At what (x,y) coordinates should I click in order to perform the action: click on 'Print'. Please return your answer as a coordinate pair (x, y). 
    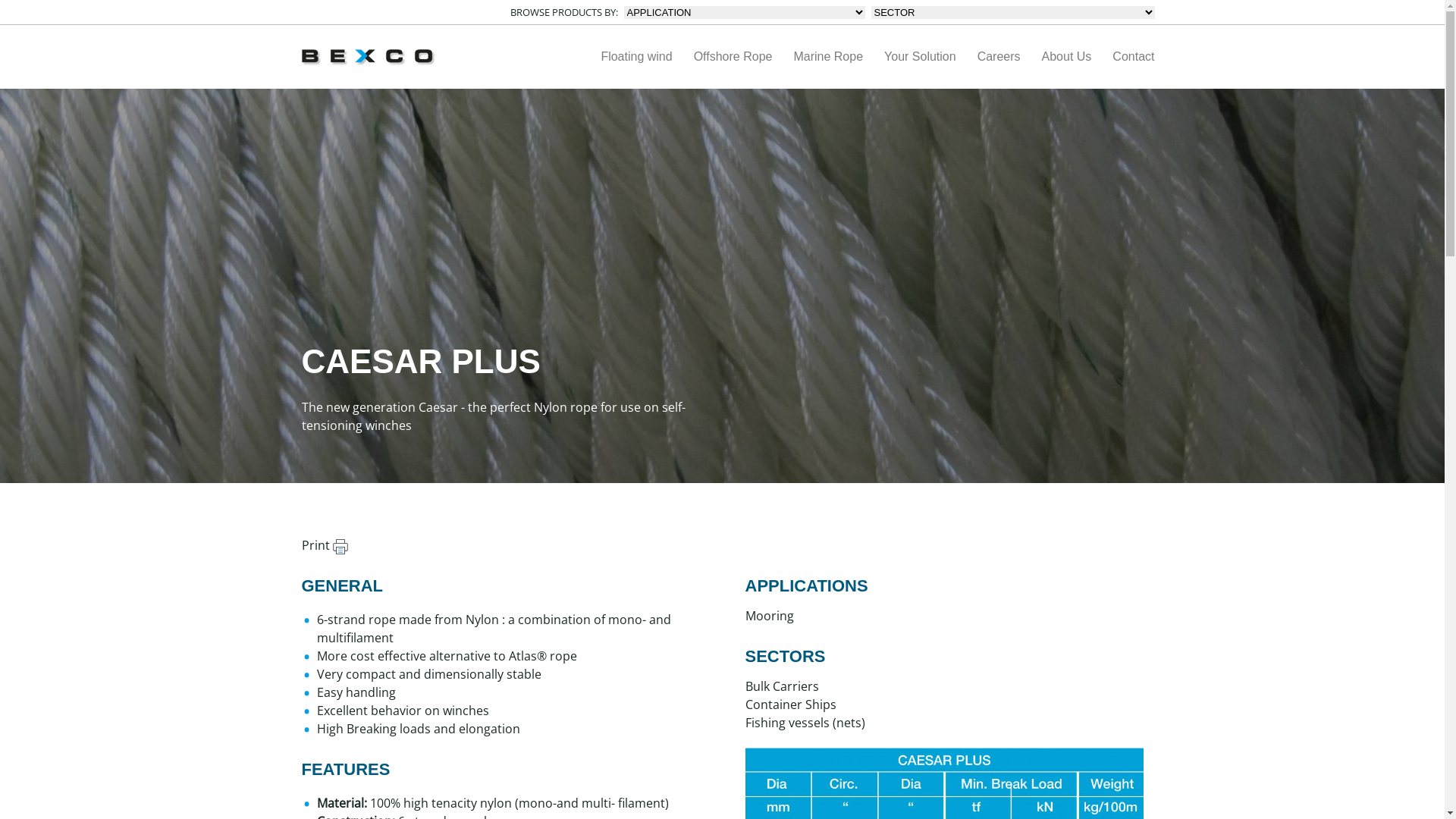
    Looking at the image, I should click on (324, 544).